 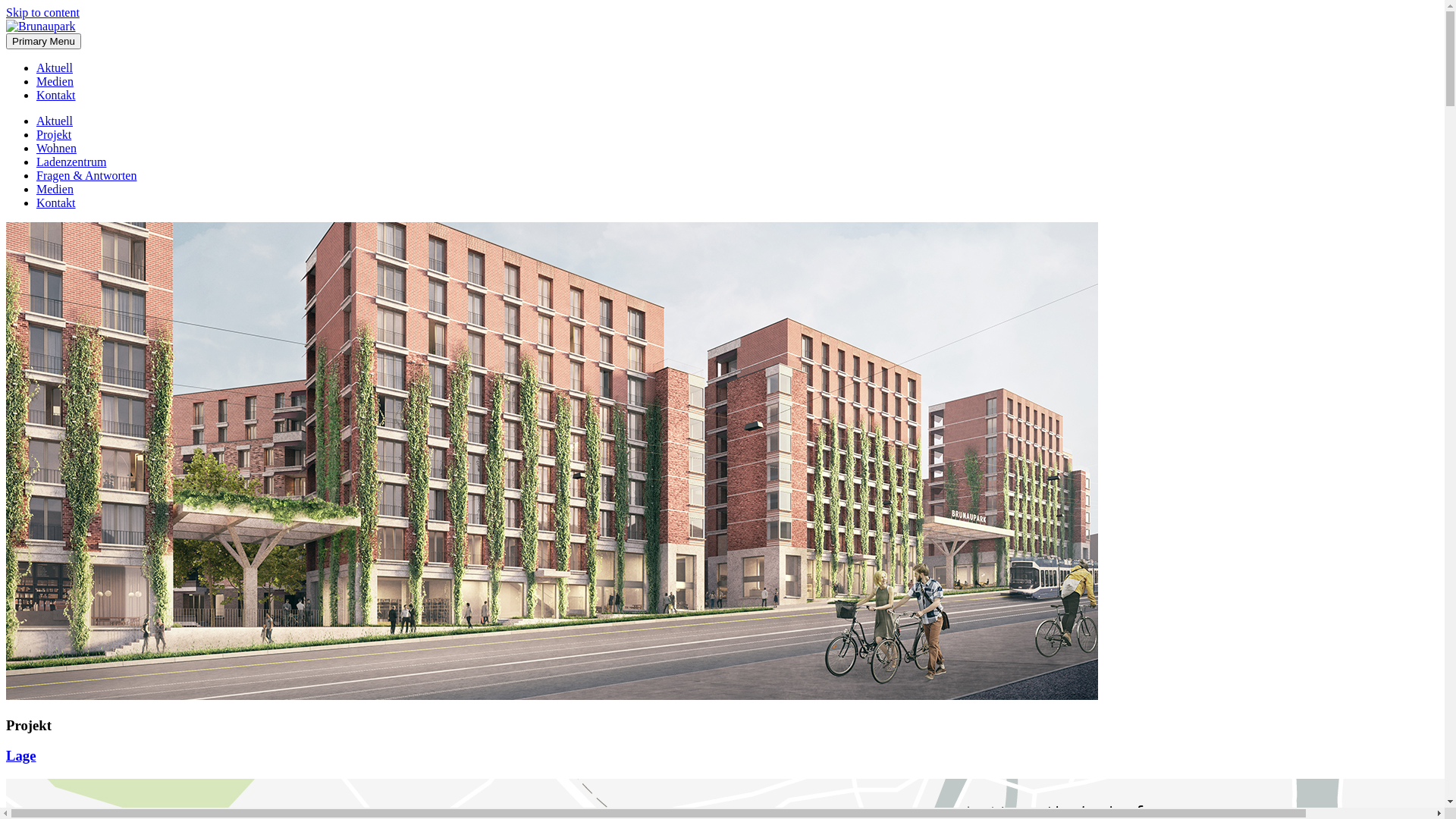 I want to click on 'Kontakt', so click(x=55, y=95).